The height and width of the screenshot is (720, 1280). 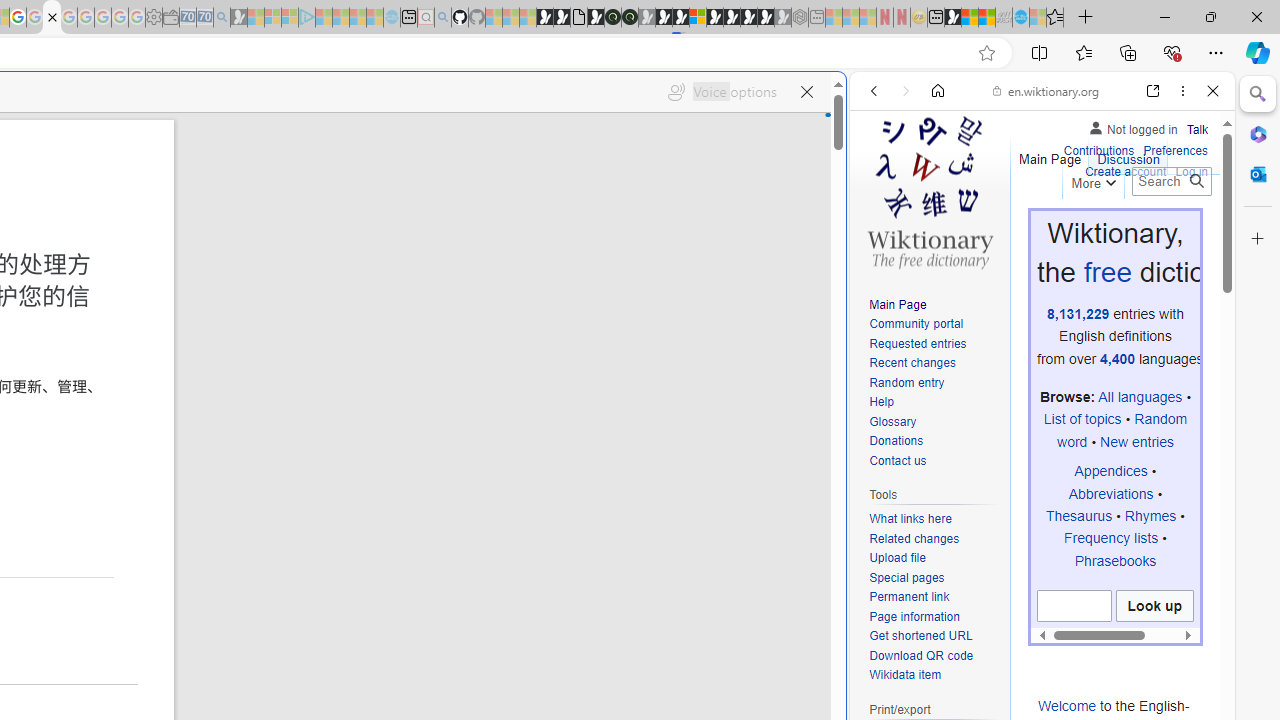 I want to click on 'Download QR code', so click(x=934, y=656).